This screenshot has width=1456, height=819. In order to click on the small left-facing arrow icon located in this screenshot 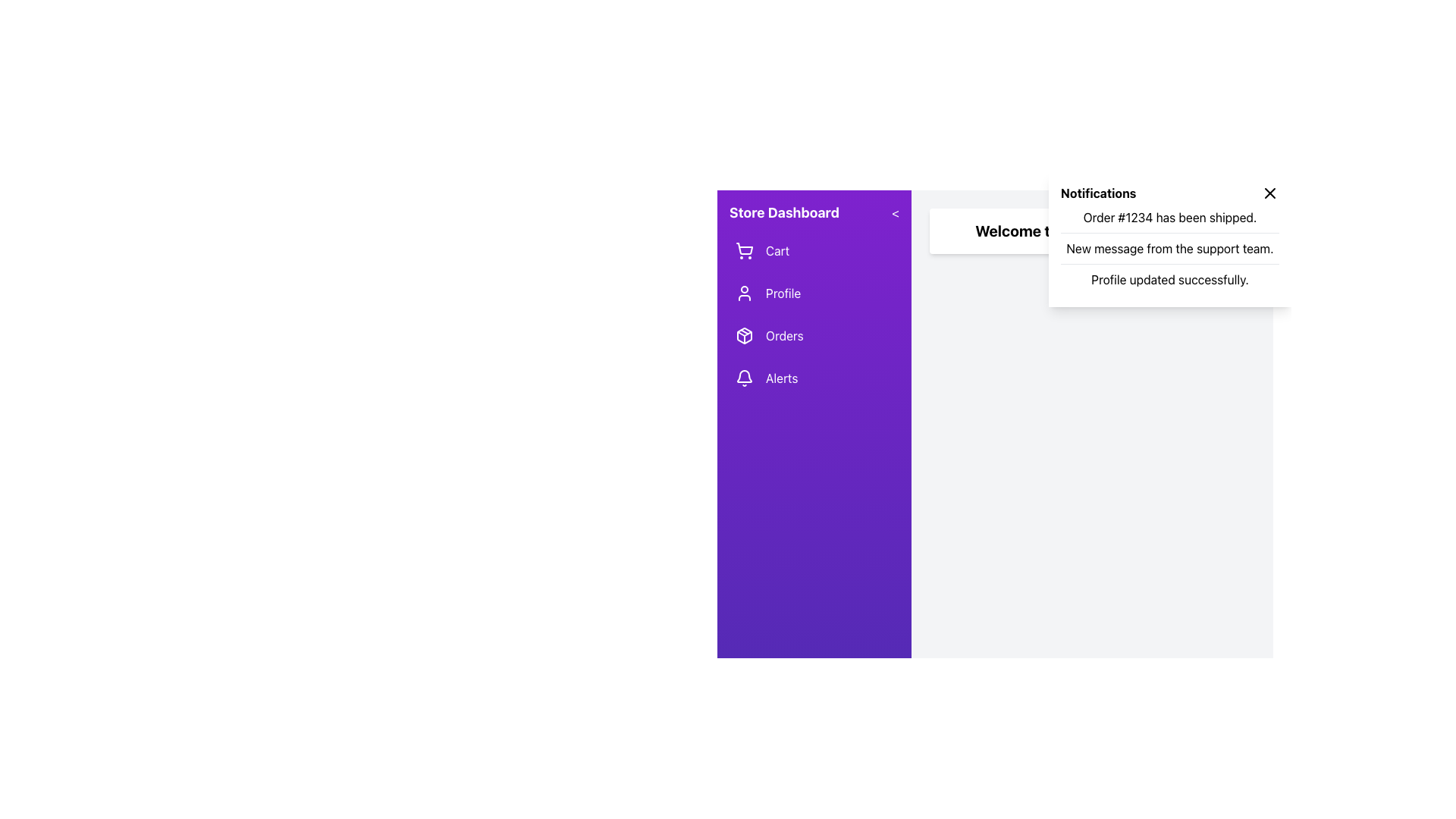, I will do `click(895, 213)`.